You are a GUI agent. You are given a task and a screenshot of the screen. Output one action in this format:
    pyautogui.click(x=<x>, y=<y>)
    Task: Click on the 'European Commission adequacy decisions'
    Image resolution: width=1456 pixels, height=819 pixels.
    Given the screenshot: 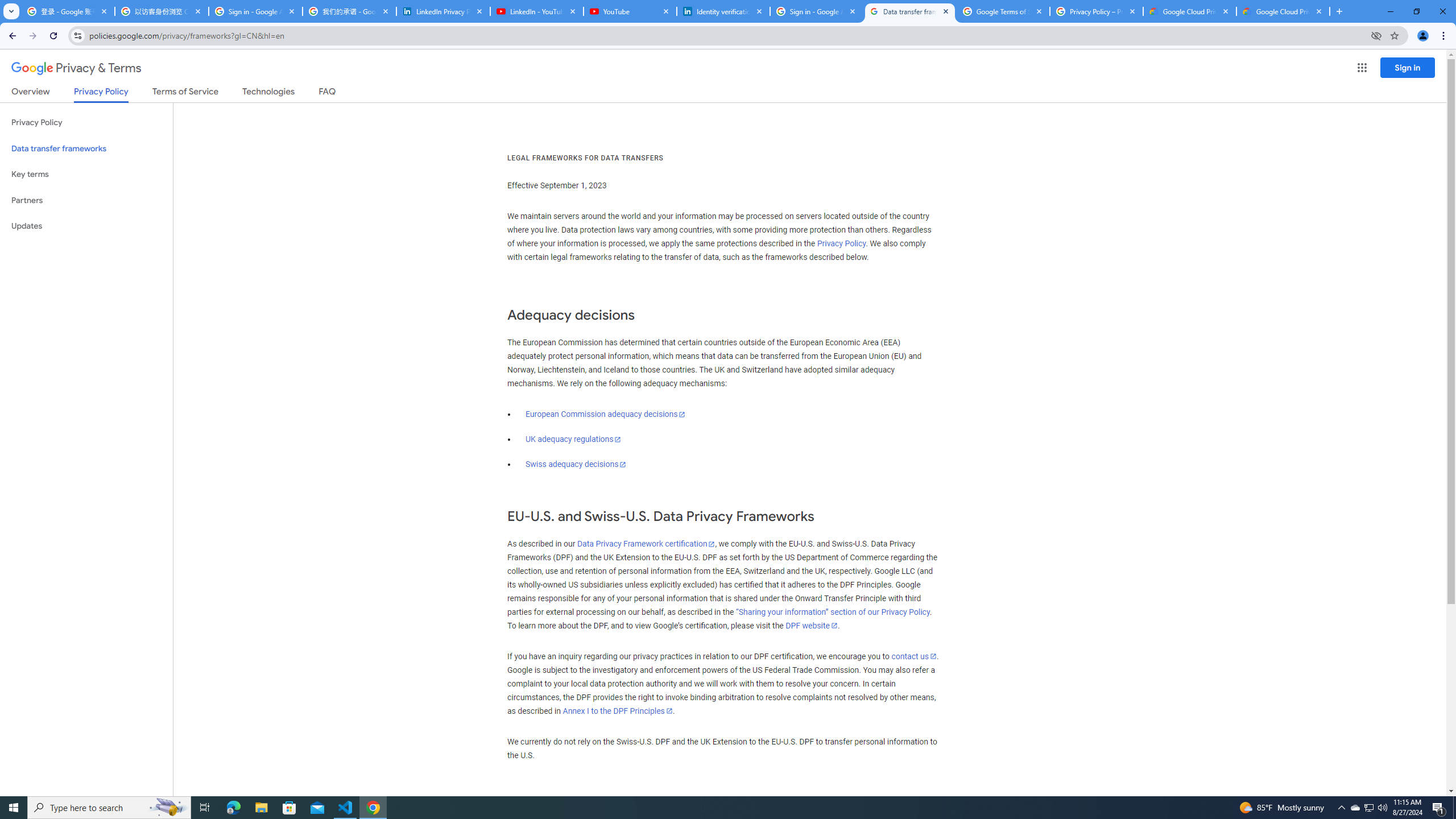 What is the action you would take?
    pyautogui.click(x=605, y=413)
    